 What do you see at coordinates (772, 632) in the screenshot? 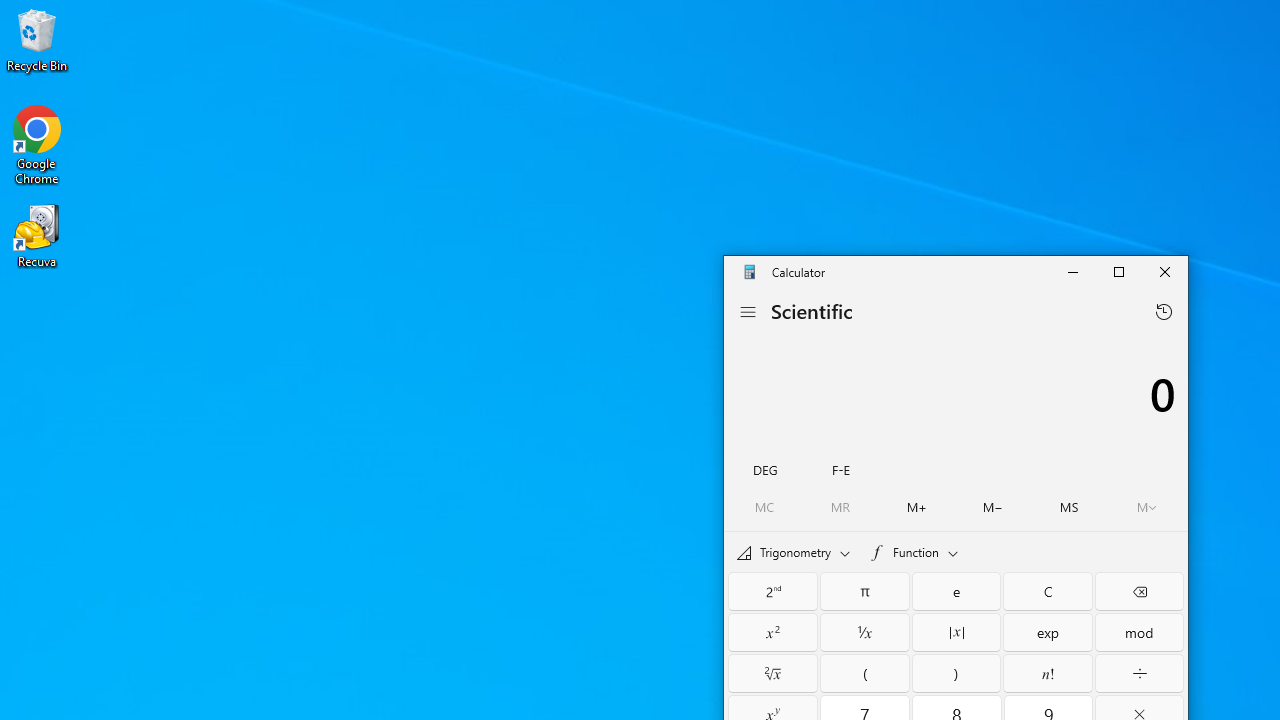
I see `'Square'` at bounding box center [772, 632].